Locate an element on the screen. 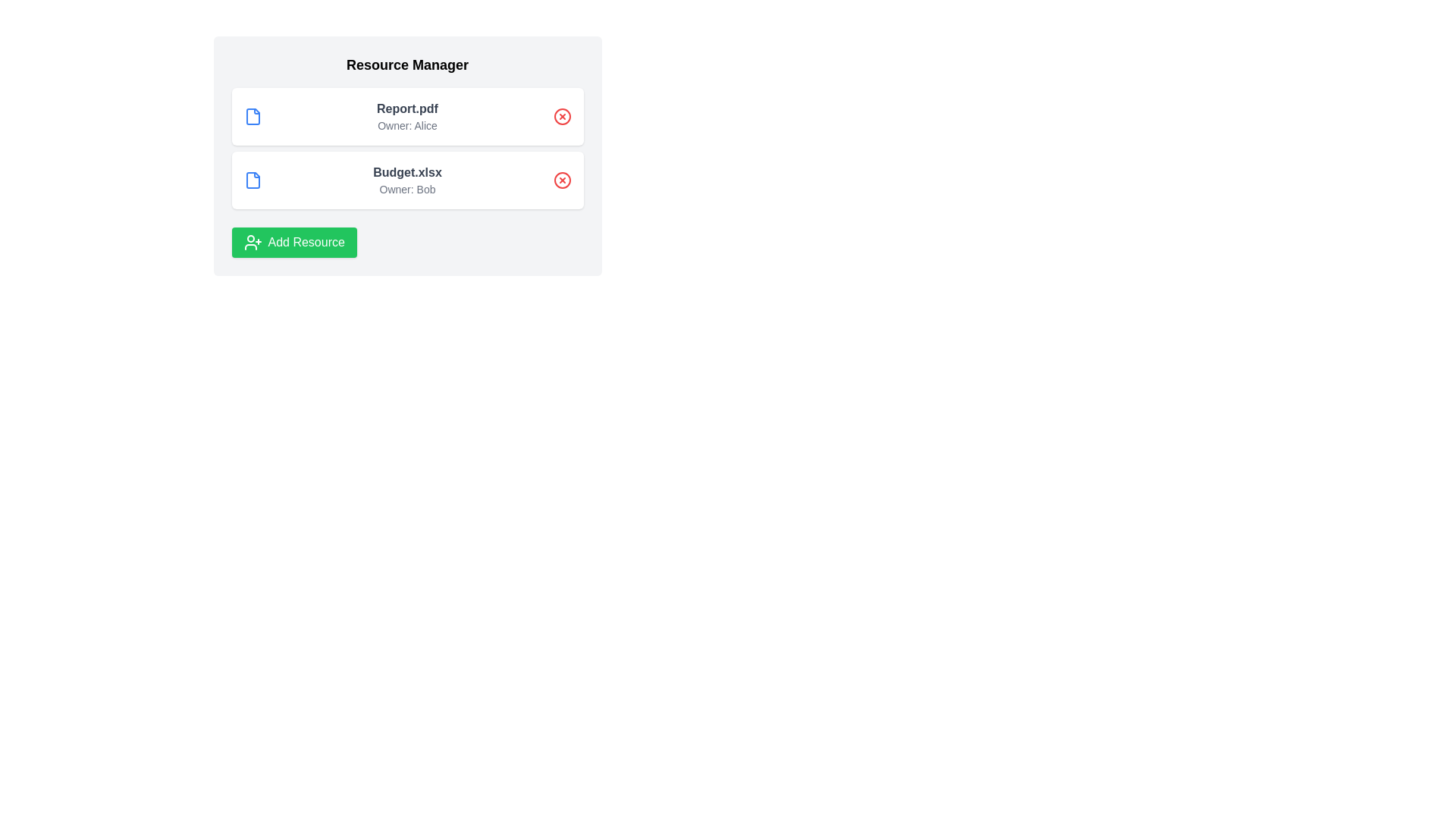 This screenshot has width=1456, height=819. the resource entry for Report.pdf to view its details is located at coordinates (407, 116).